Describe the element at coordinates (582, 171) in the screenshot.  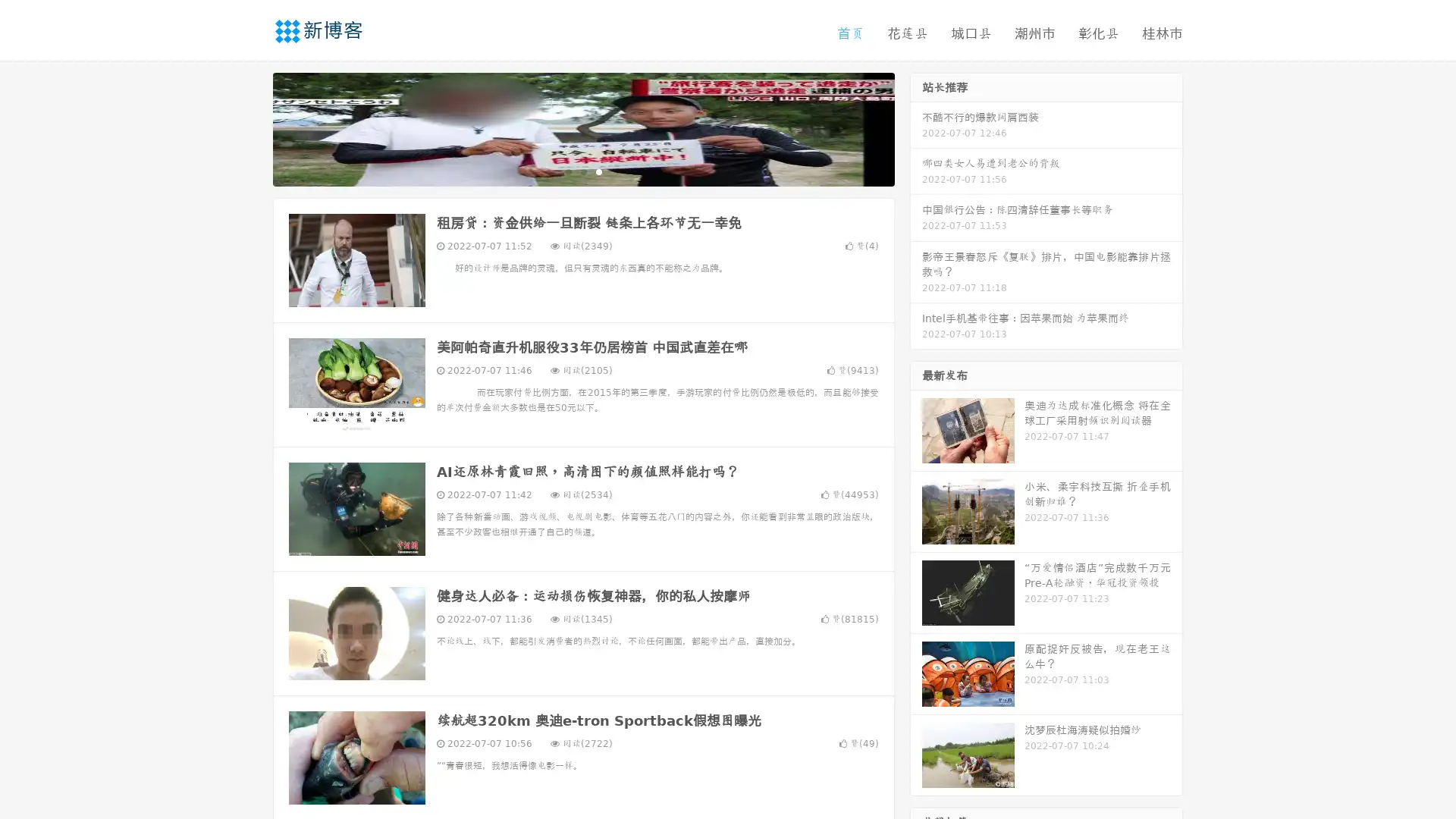
I see `Go to slide 2` at that location.